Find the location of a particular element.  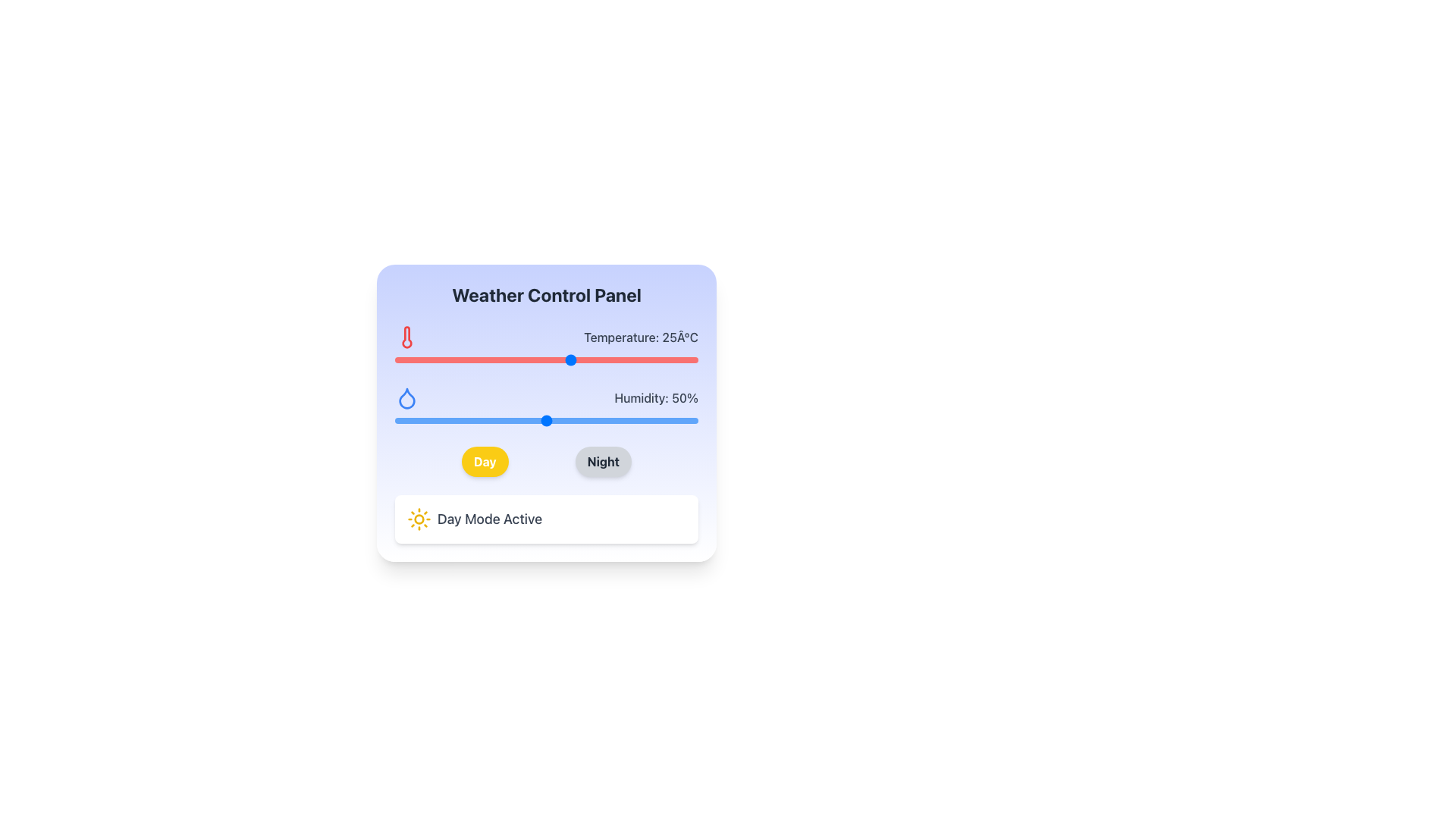

and drag the handle of the slider to change the temperature value, which is currently displayed as 'Temperature: 25°C'. The slider is located beneath this text and is horizontally aligned with the thermometer icon is located at coordinates (546, 359).